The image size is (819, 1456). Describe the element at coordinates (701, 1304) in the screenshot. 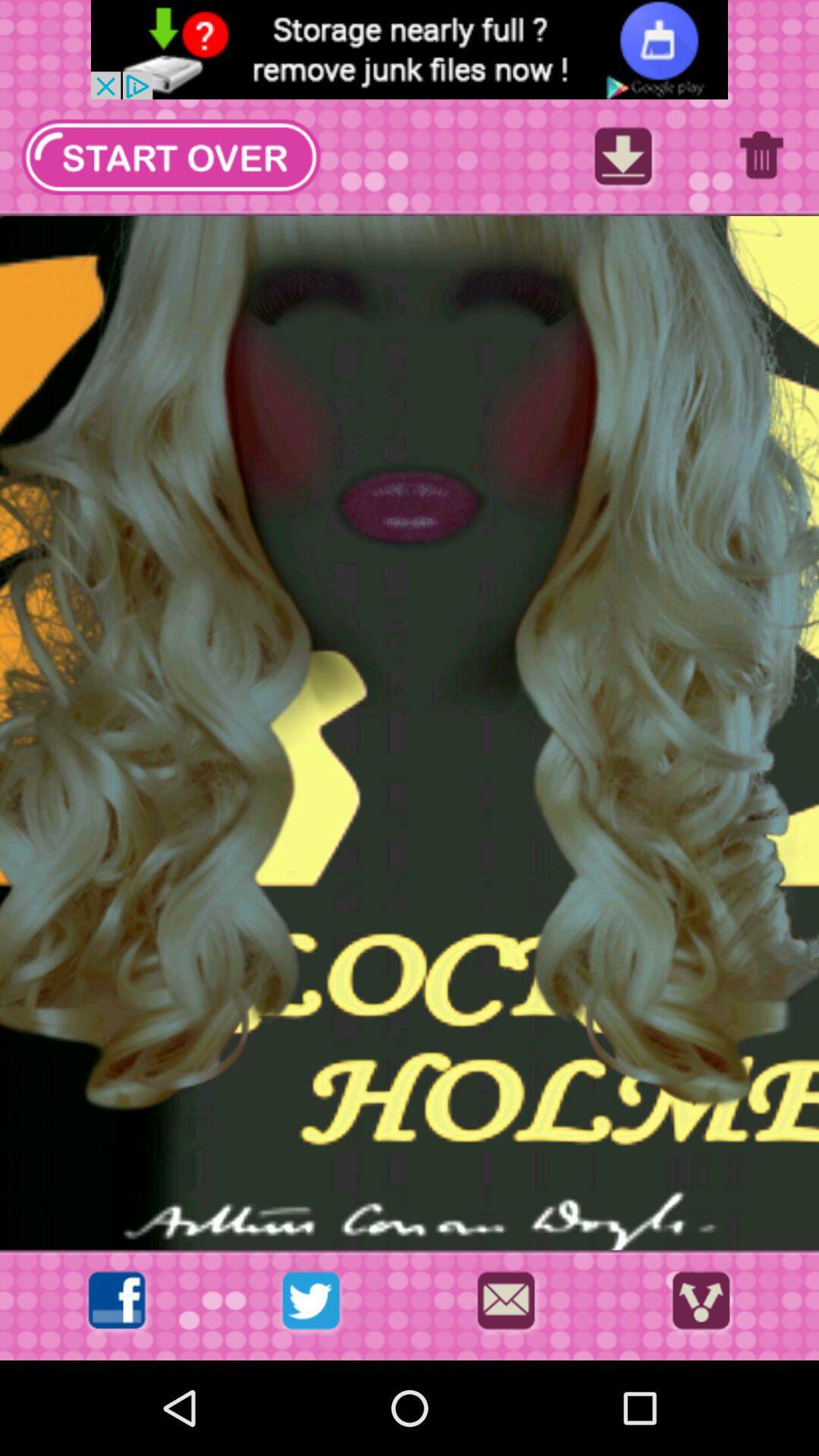

I see `share picture` at that location.